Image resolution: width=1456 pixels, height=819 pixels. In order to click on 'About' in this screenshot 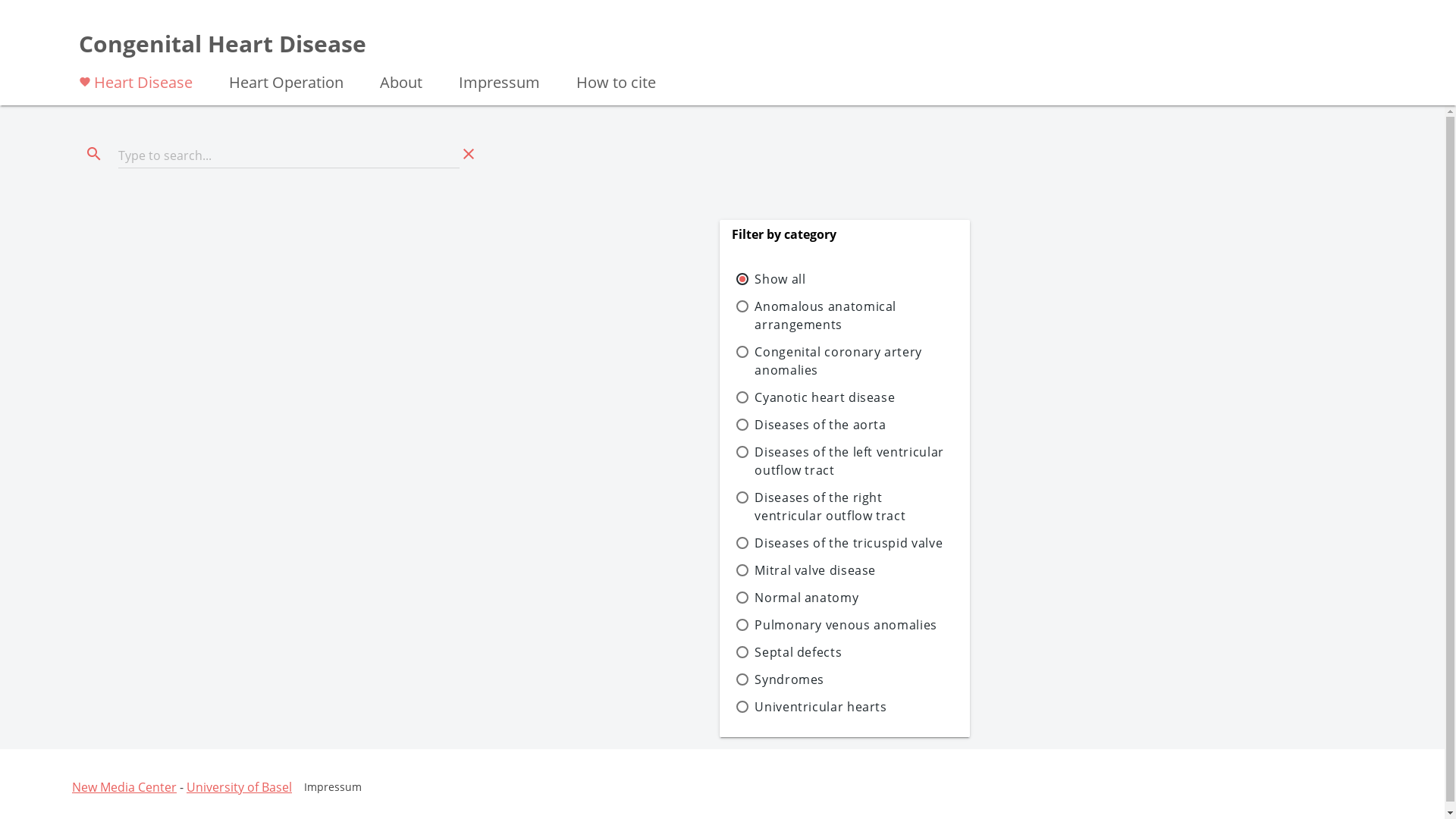, I will do `click(400, 81)`.